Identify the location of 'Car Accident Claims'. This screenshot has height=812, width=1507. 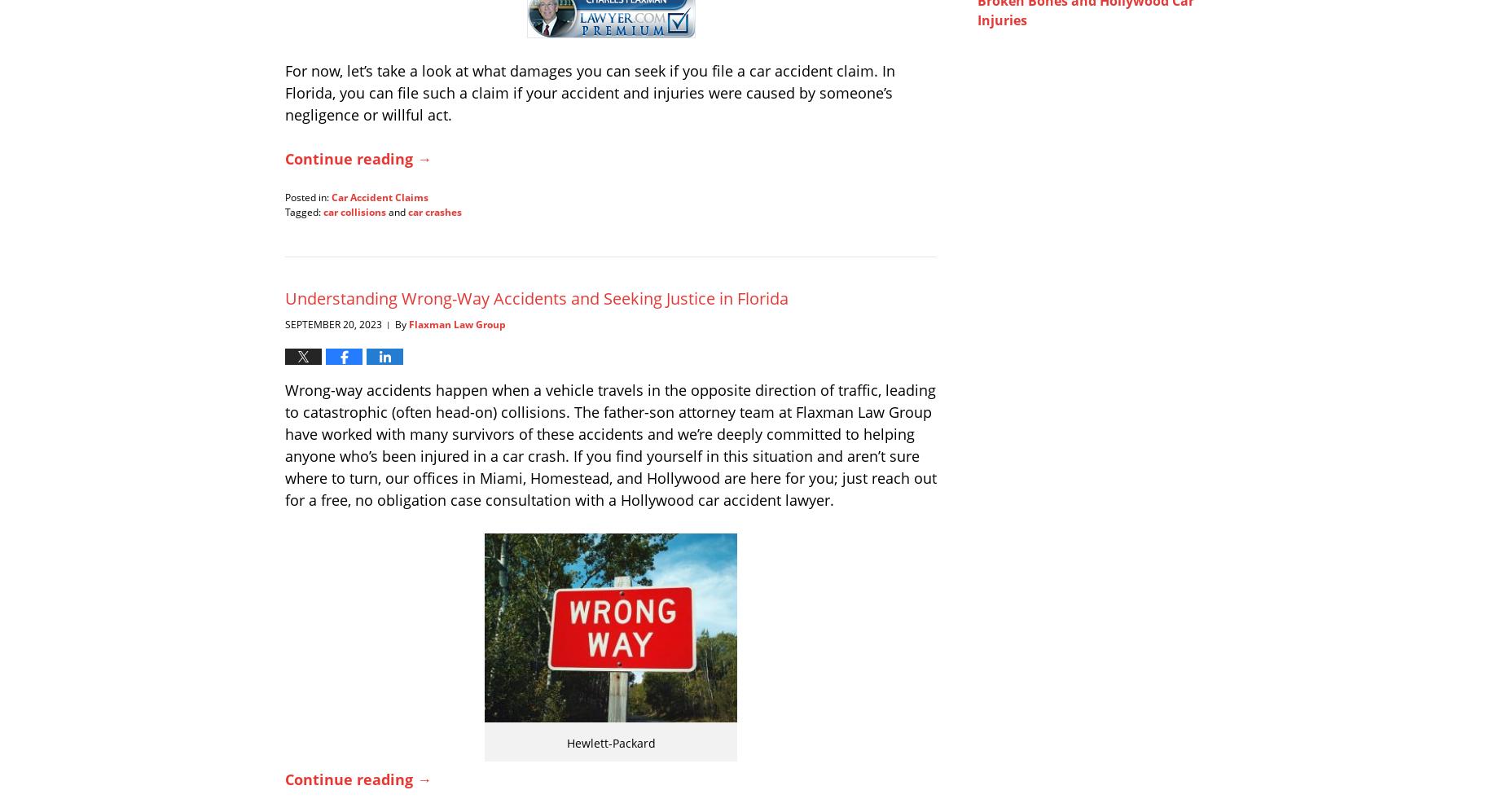
(380, 195).